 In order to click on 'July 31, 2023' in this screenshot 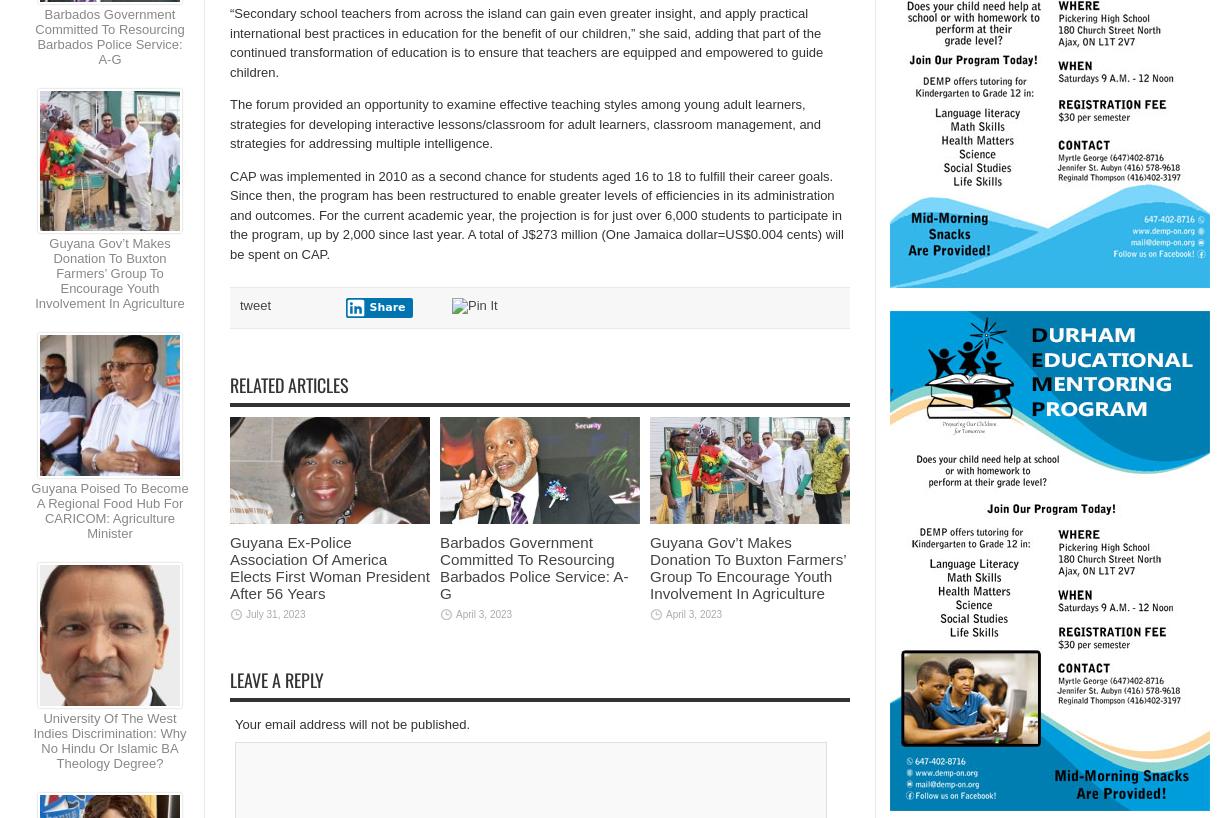, I will do `click(274, 612)`.